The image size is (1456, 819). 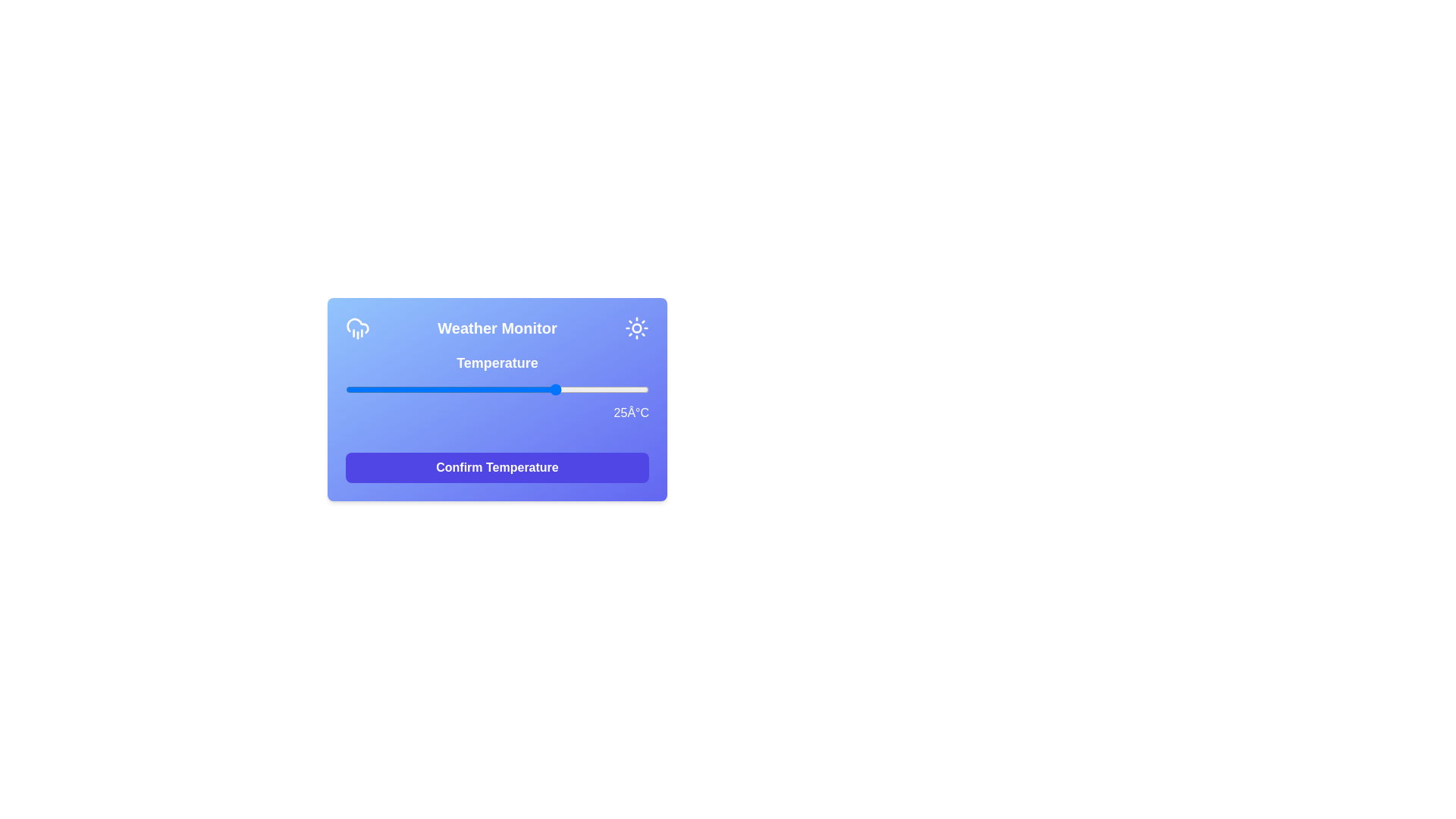 What do you see at coordinates (637, 327) in the screenshot?
I see `the sun icon located in the top-right corner of the 'Weather Monitor' panel` at bounding box center [637, 327].